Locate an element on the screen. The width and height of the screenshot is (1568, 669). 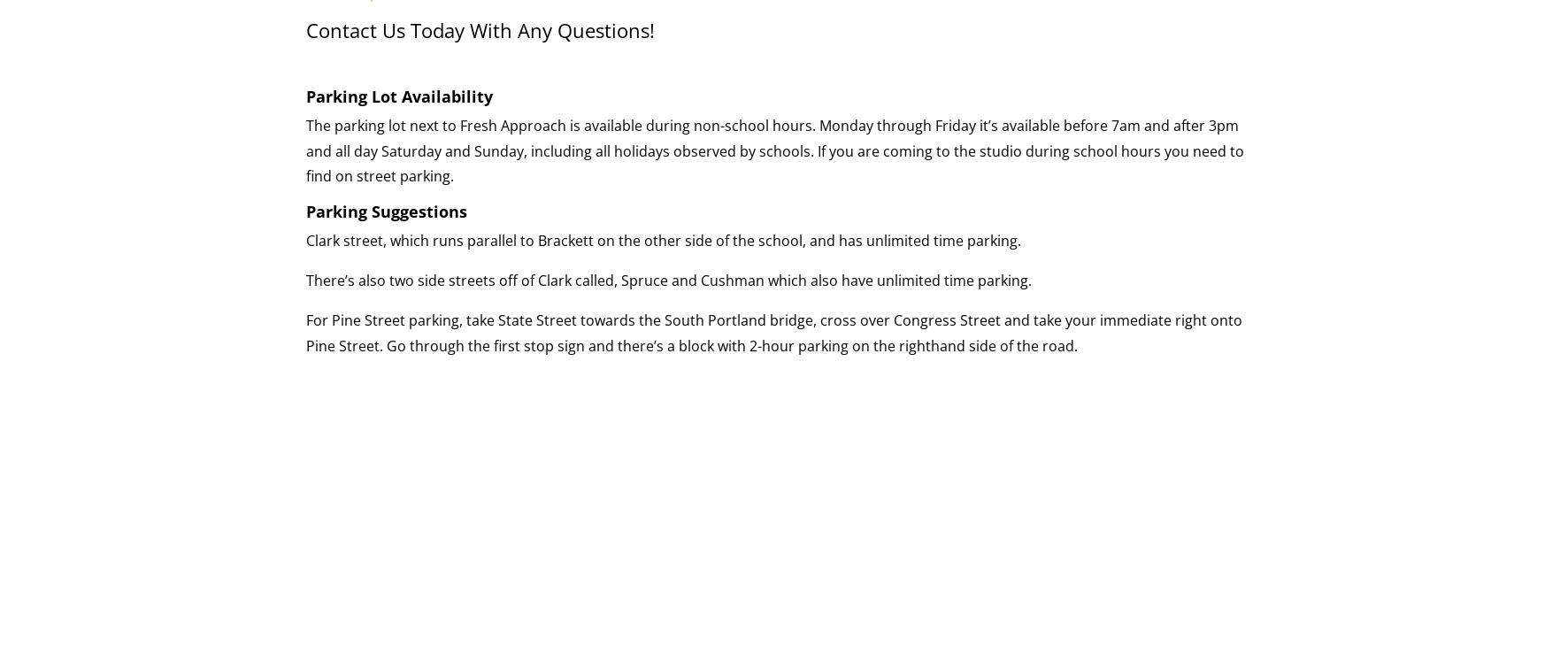
'and all day Saturday and Sunday, including all holidays observed by schools. If you are coming to the studio during school hours you need to find' is located at coordinates (775, 163).